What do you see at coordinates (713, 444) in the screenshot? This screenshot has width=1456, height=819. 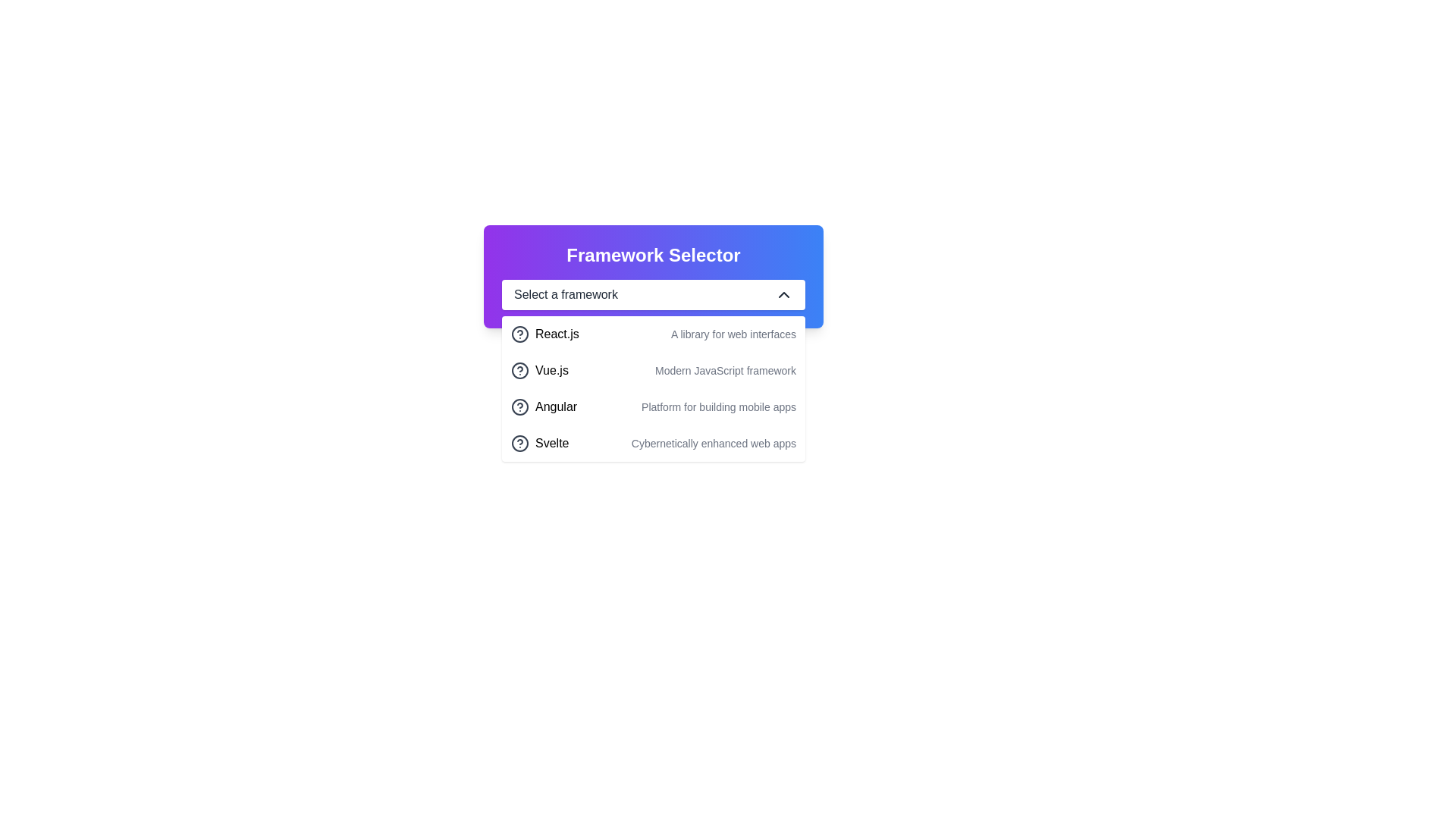 I see `the descriptive text label for the 'Svelte' framework within the dropdown menu of the 'Framework Selector' interface` at bounding box center [713, 444].